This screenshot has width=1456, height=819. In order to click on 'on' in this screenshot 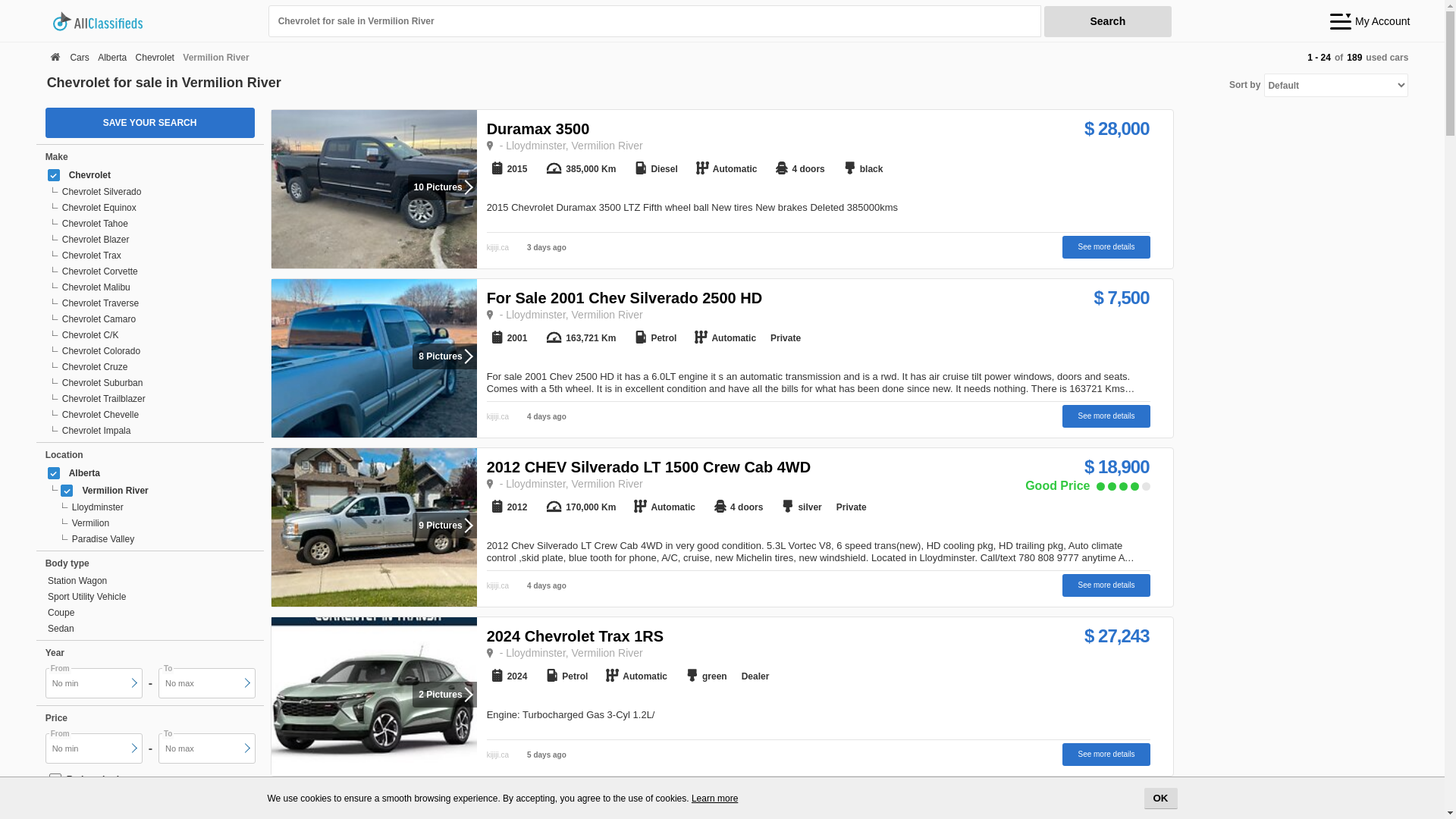, I will do `click(54, 472)`.